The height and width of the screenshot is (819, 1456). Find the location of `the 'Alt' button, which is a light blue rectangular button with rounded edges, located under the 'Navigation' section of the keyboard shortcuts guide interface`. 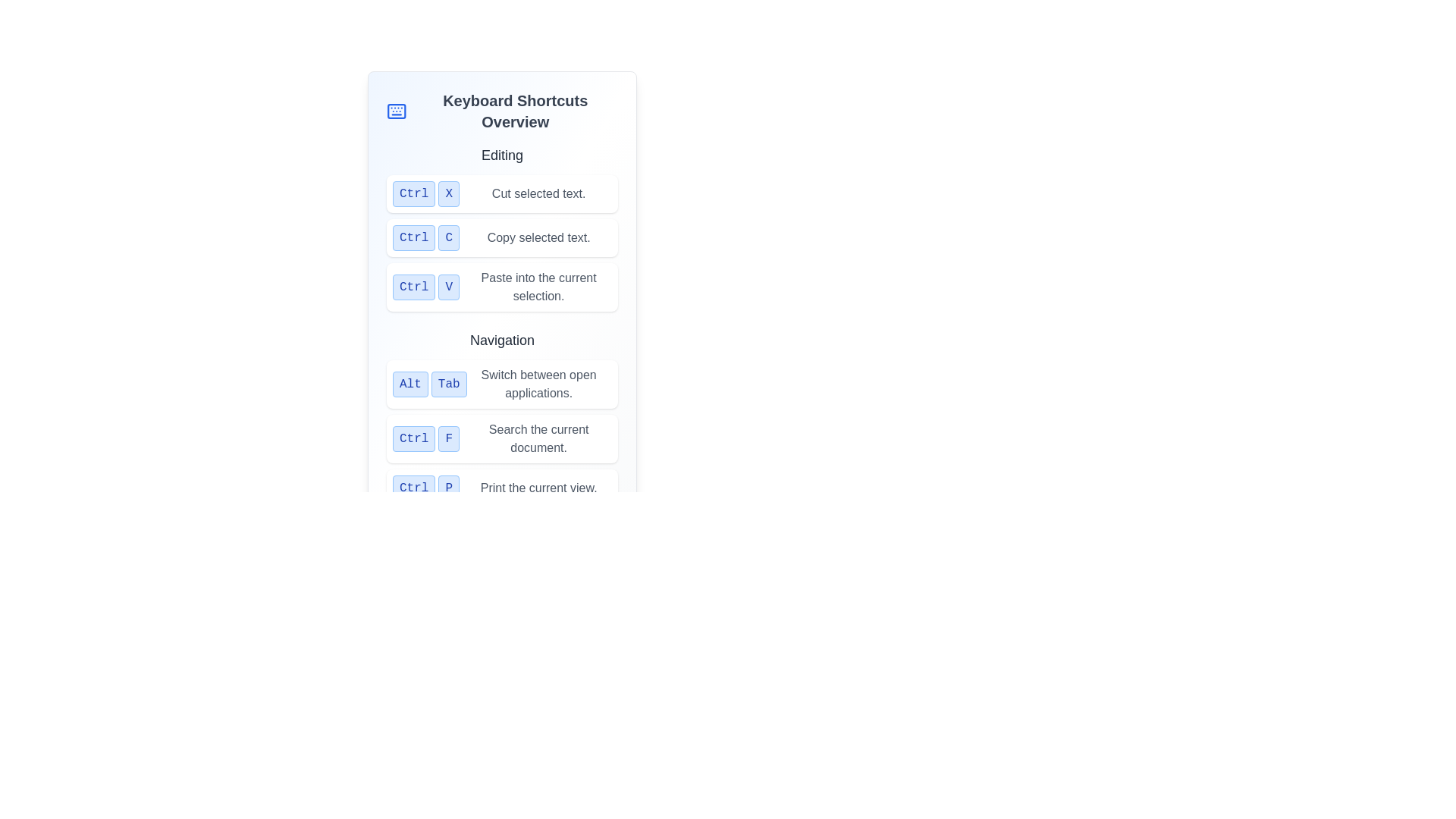

the 'Alt' button, which is a light blue rectangular button with rounded edges, located under the 'Navigation' section of the keyboard shortcuts guide interface is located at coordinates (410, 383).